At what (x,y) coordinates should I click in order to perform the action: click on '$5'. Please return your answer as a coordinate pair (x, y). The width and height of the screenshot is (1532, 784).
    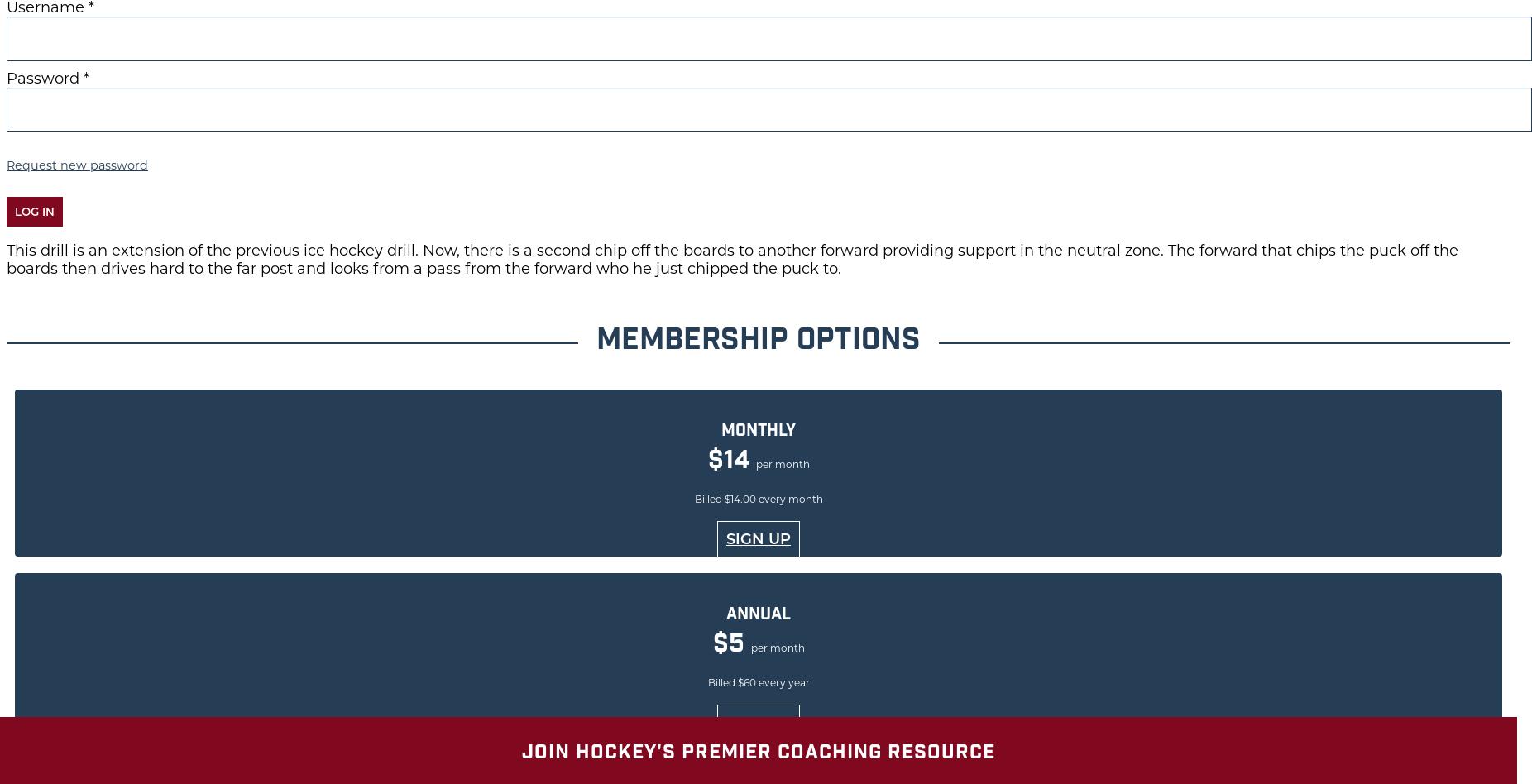
    Looking at the image, I should click on (730, 645).